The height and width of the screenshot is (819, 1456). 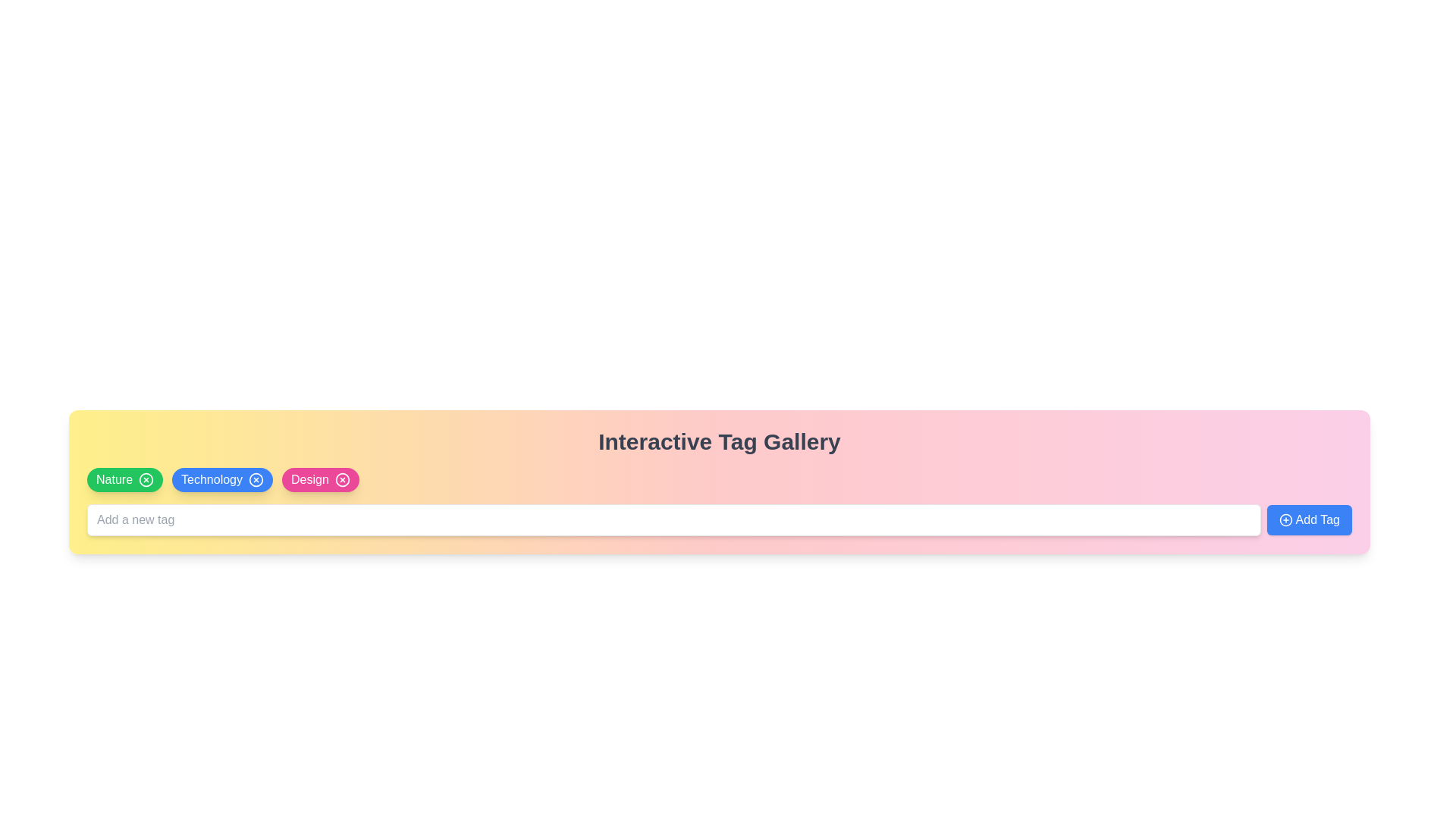 What do you see at coordinates (124, 479) in the screenshot?
I see `the 'X' icon on the green badge labeled 'Nature'` at bounding box center [124, 479].